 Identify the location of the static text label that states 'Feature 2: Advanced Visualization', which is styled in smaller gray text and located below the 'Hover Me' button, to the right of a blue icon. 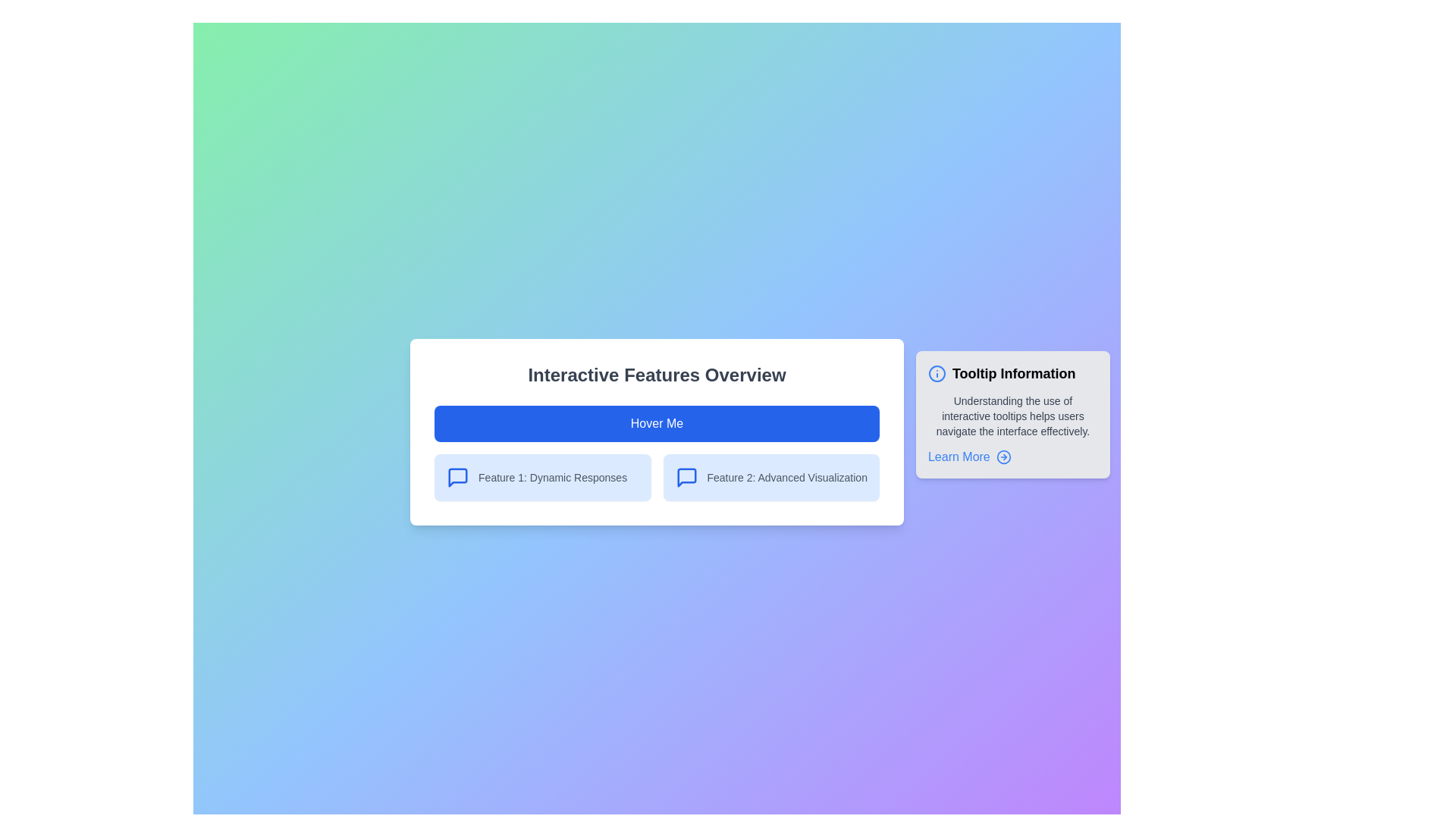
(787, 476).